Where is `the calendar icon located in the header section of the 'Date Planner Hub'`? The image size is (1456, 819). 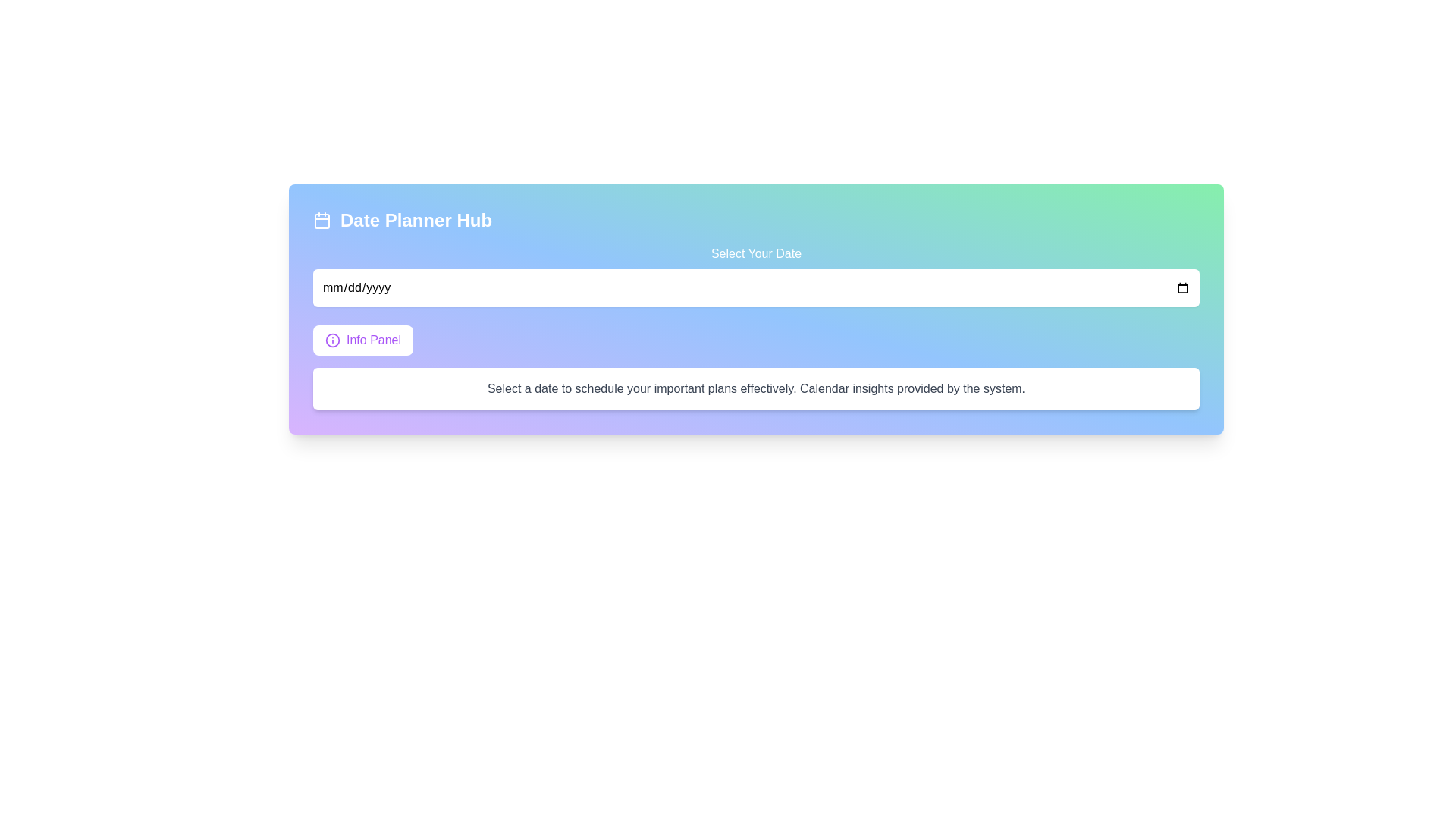
the calendar icon located in the header section of the 'Date Planner Hub' is located at coordinates (322, 220).